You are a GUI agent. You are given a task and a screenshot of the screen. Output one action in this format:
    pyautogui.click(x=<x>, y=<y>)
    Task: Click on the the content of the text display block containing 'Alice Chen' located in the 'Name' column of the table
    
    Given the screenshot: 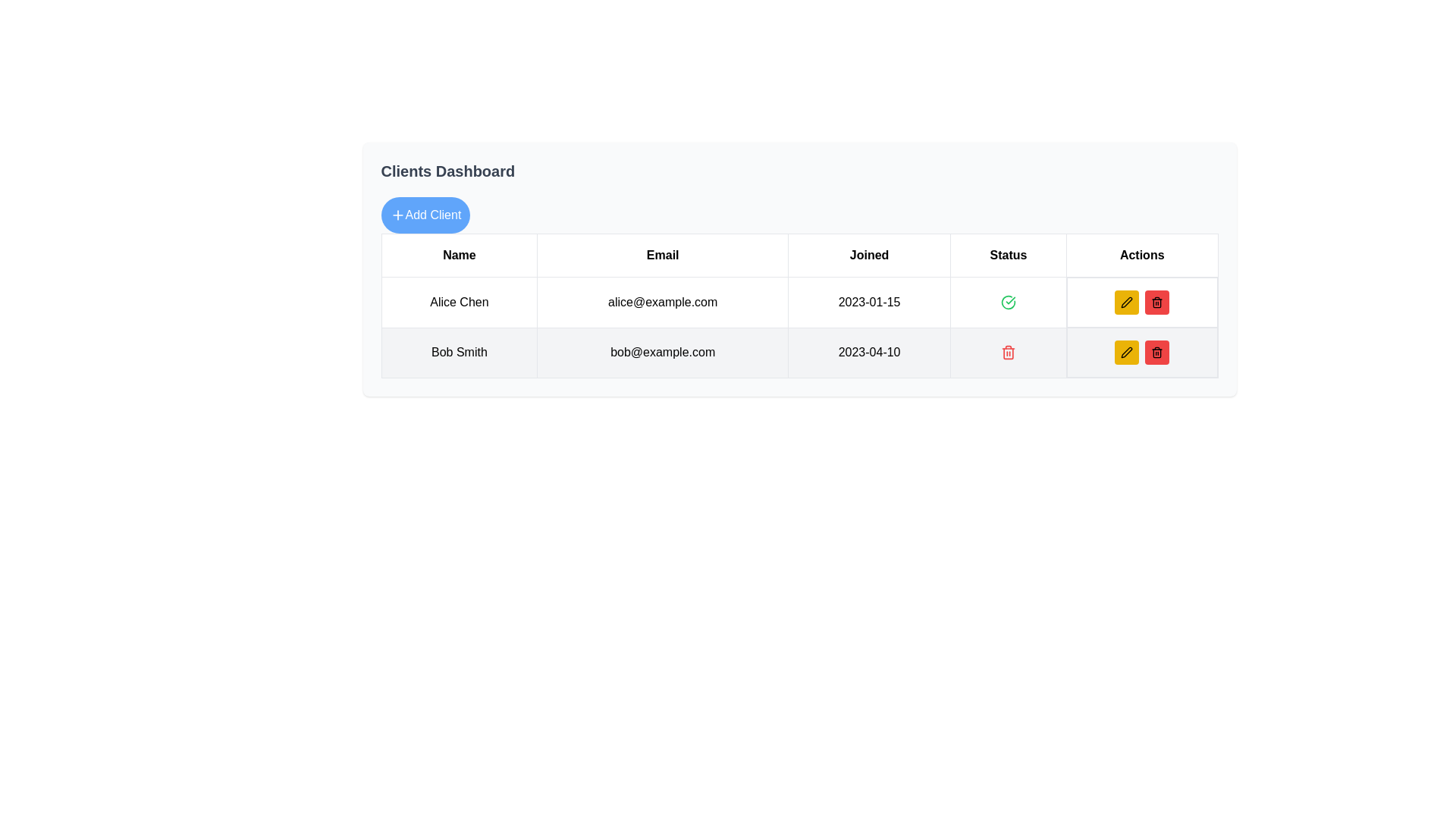 What is the action you would take?
    pyautogui.click(x=458, y=302)
    